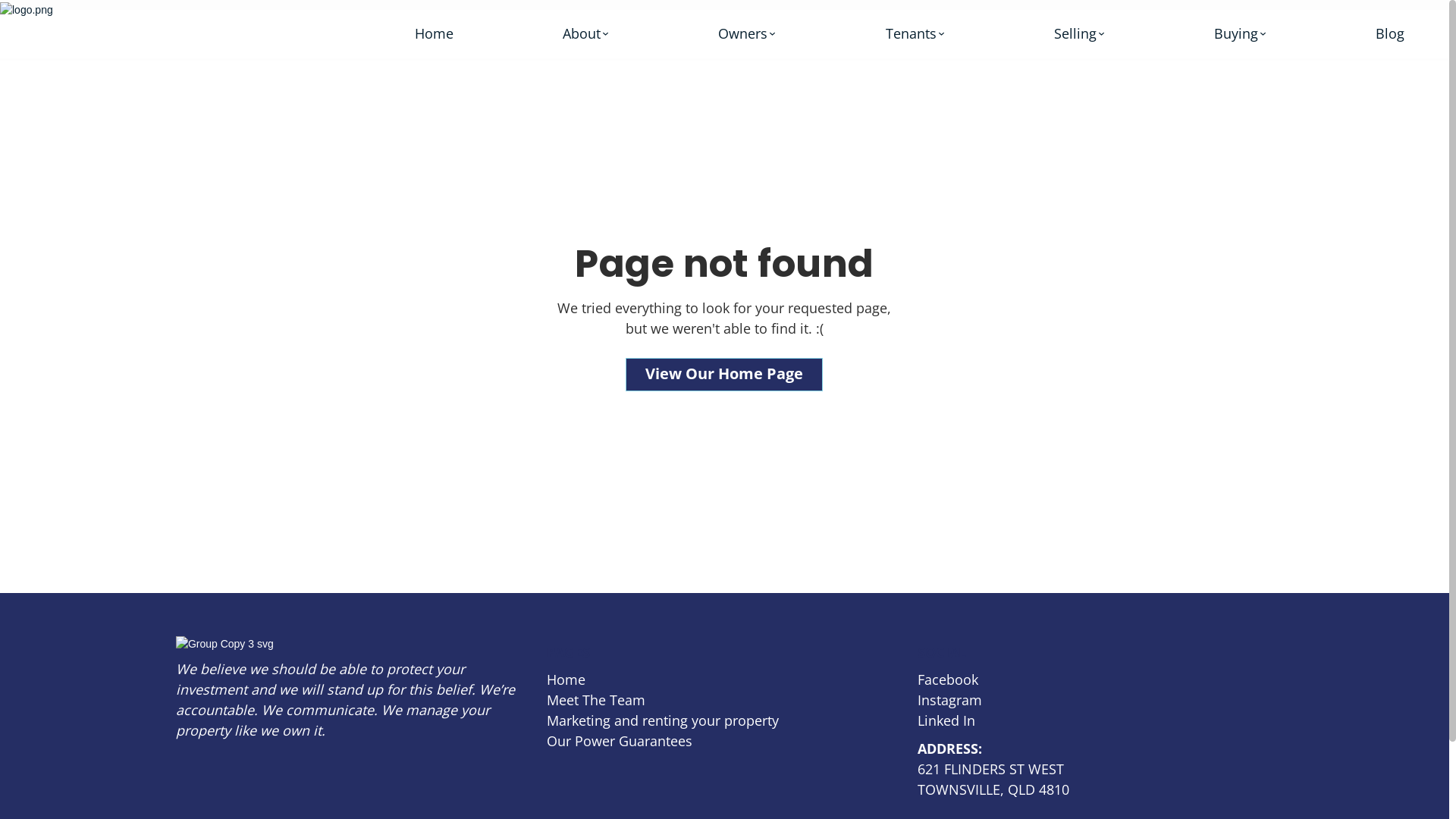  I want to click on 'Linked In', so click(916, 720).